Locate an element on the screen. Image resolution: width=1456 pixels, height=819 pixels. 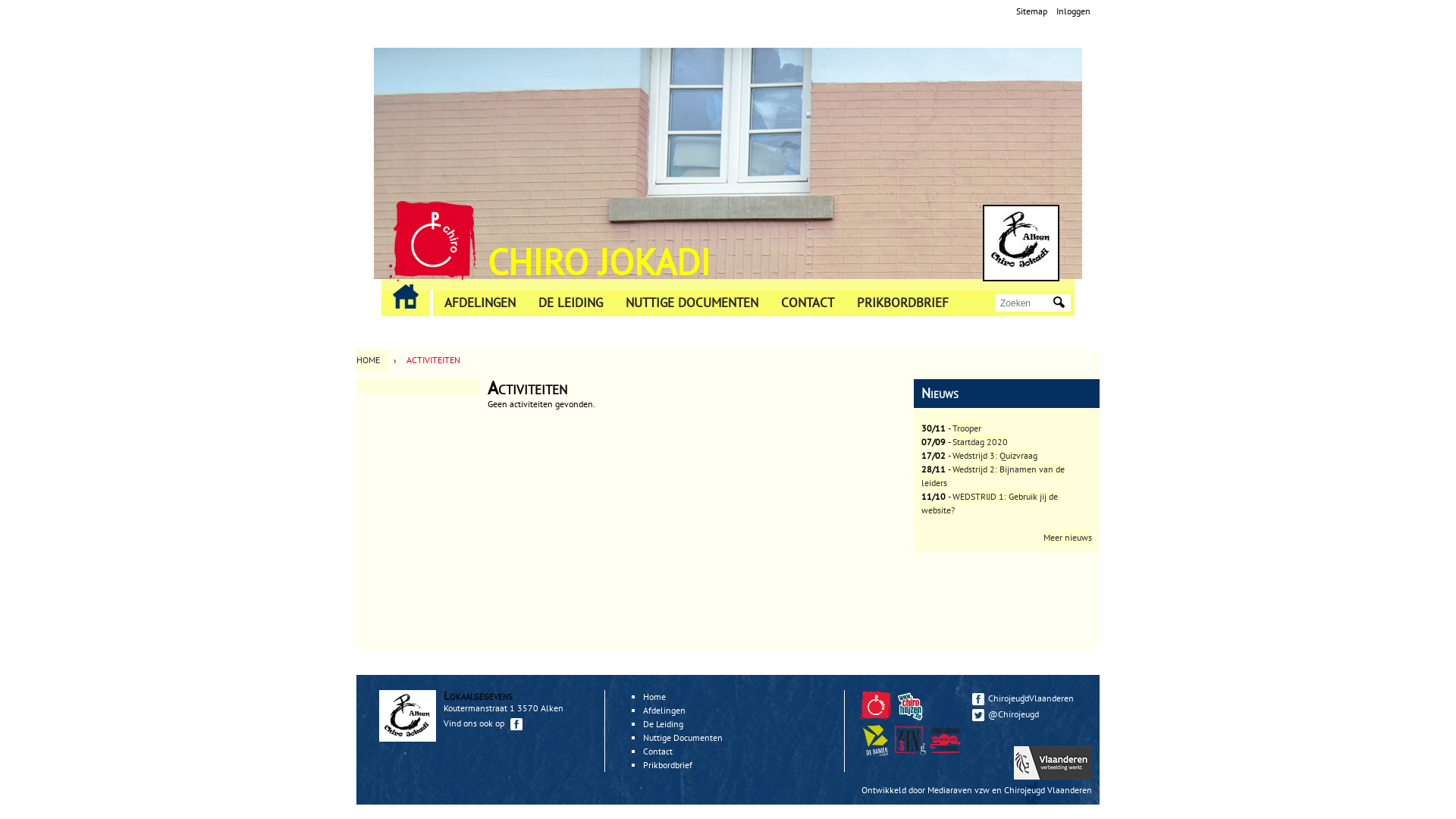
'Meer nieuws' is located at coordinates (1066, 536).